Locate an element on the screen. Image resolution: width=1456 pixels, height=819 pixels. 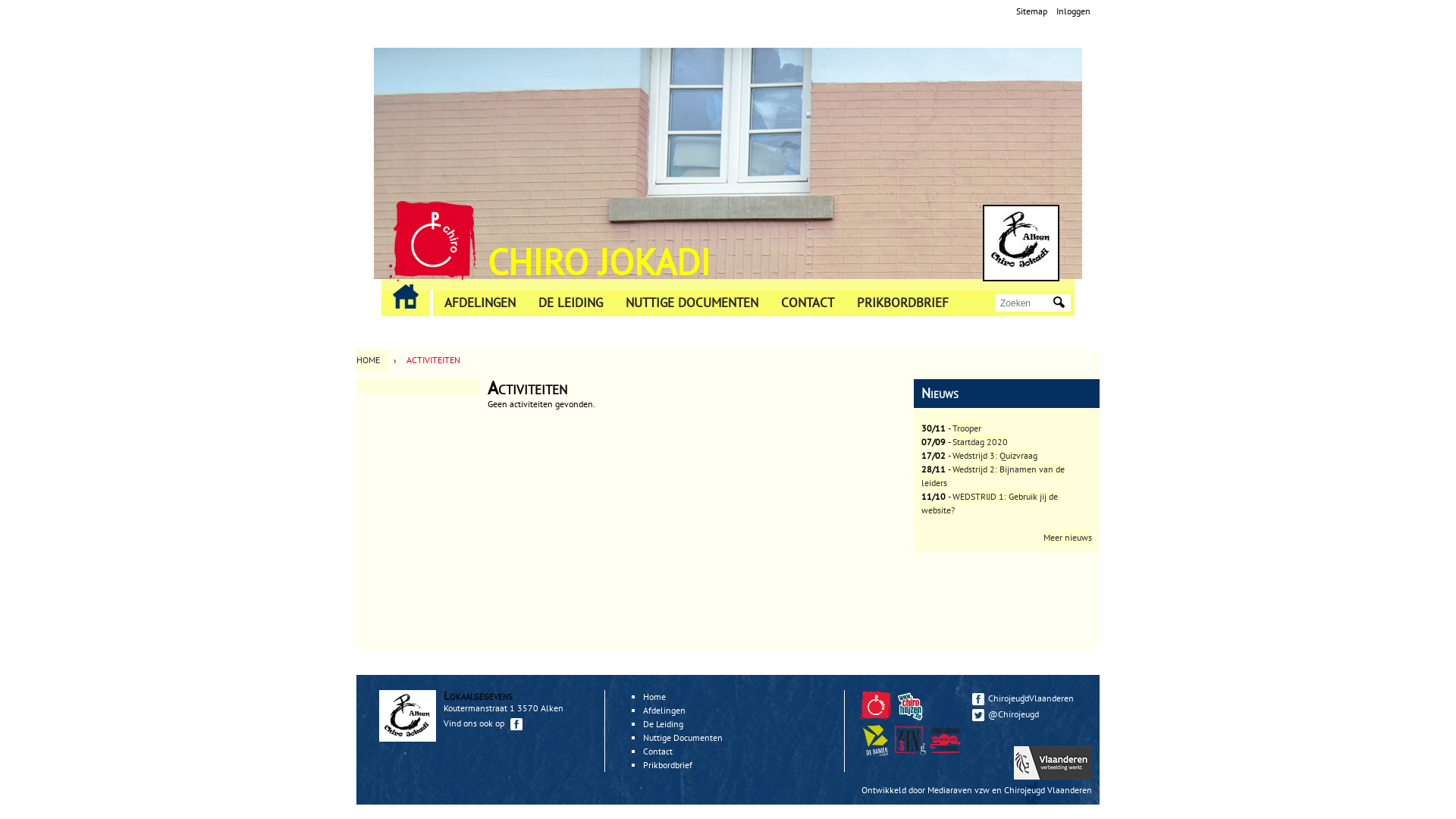
'Meer nieuws' is located at coordinates (1066, 536).